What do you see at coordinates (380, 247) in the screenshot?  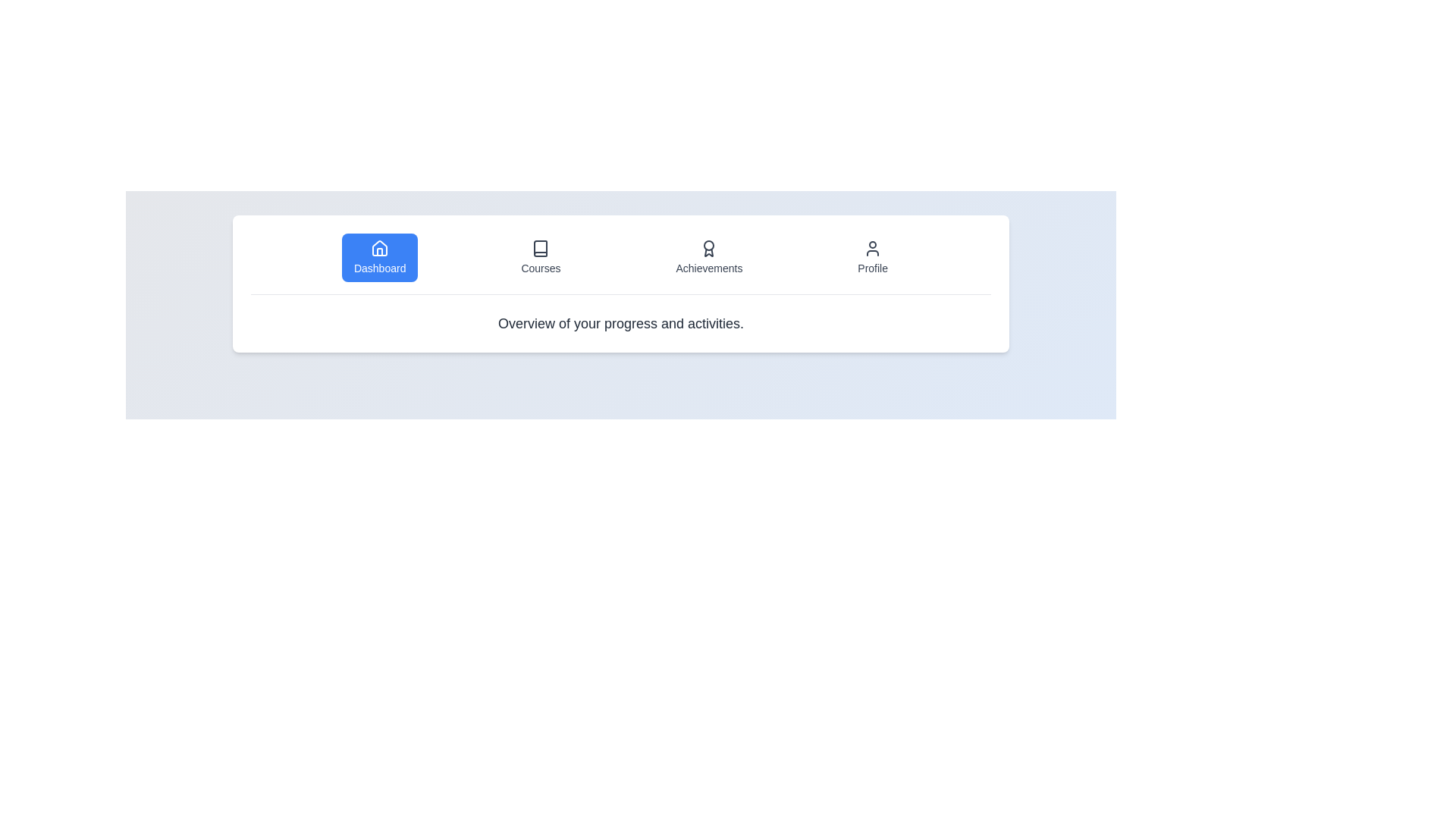 I see `the house icon with a rounded corner style on a blue background, located within the 'Dashboard' button in the navigation bar` at bounding box center [380, 247].